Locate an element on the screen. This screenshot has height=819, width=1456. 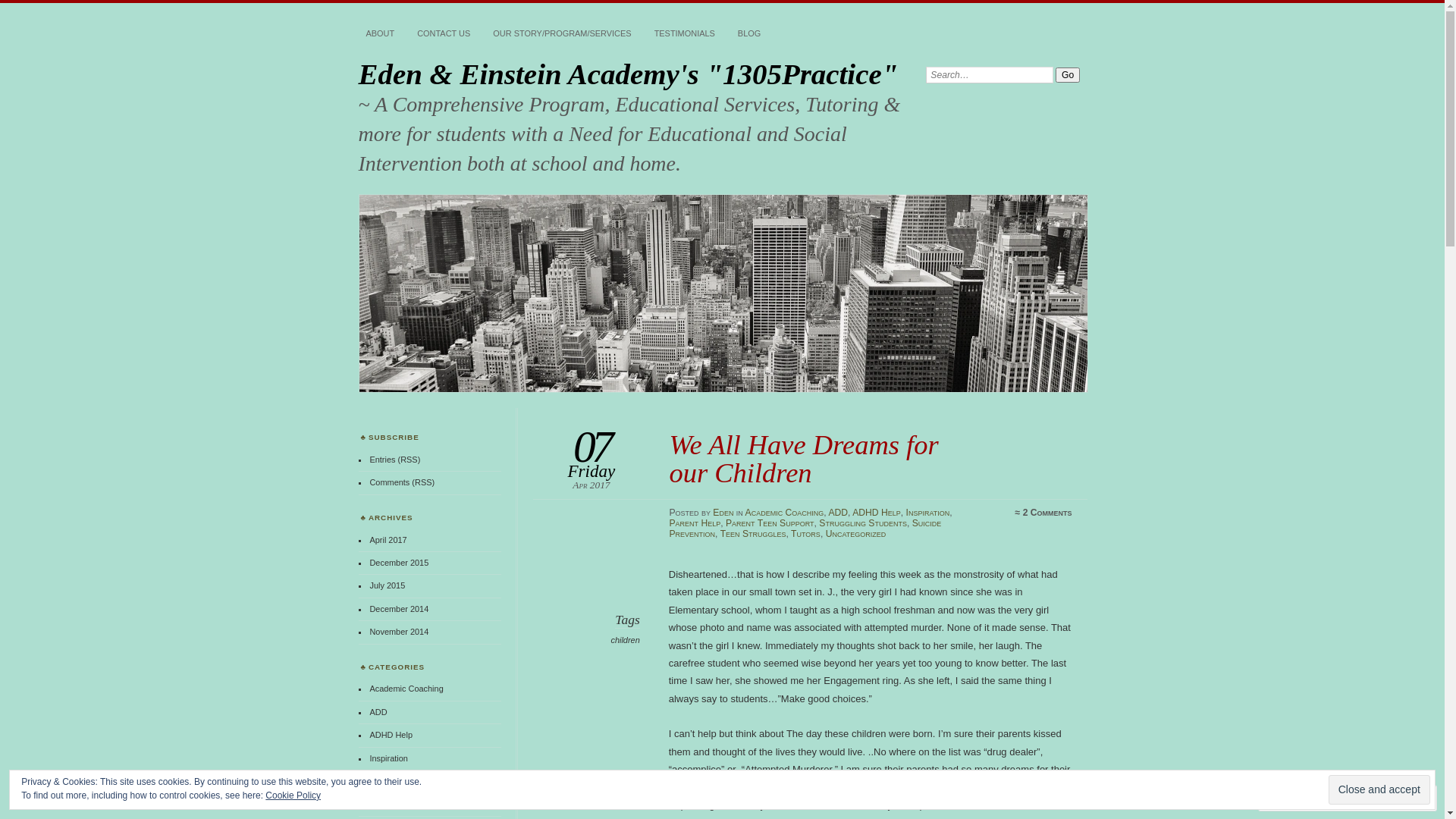
'children' is located at coordinates (625, 640).